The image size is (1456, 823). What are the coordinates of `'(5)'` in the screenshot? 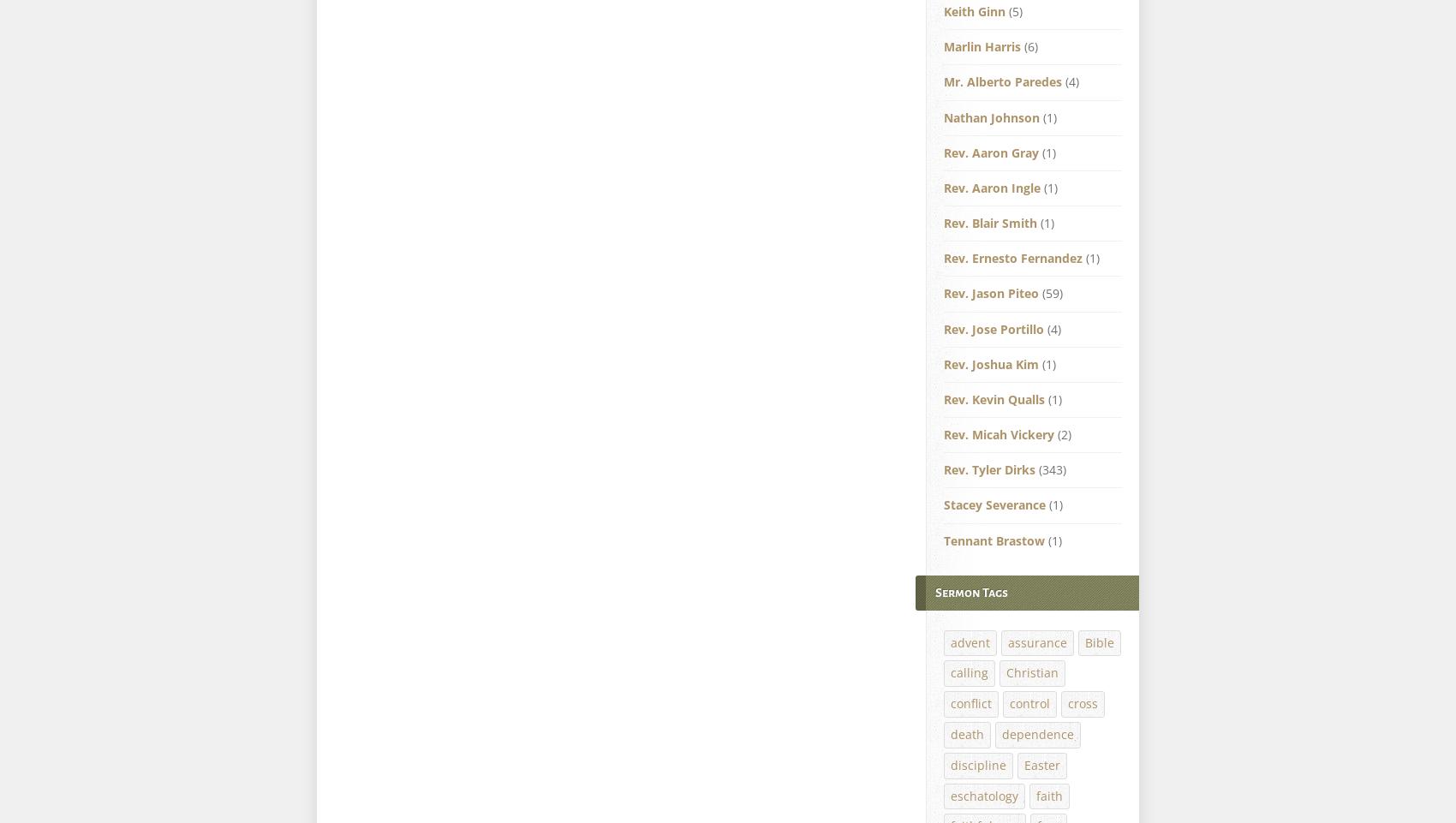 It's located at (1013, 10).